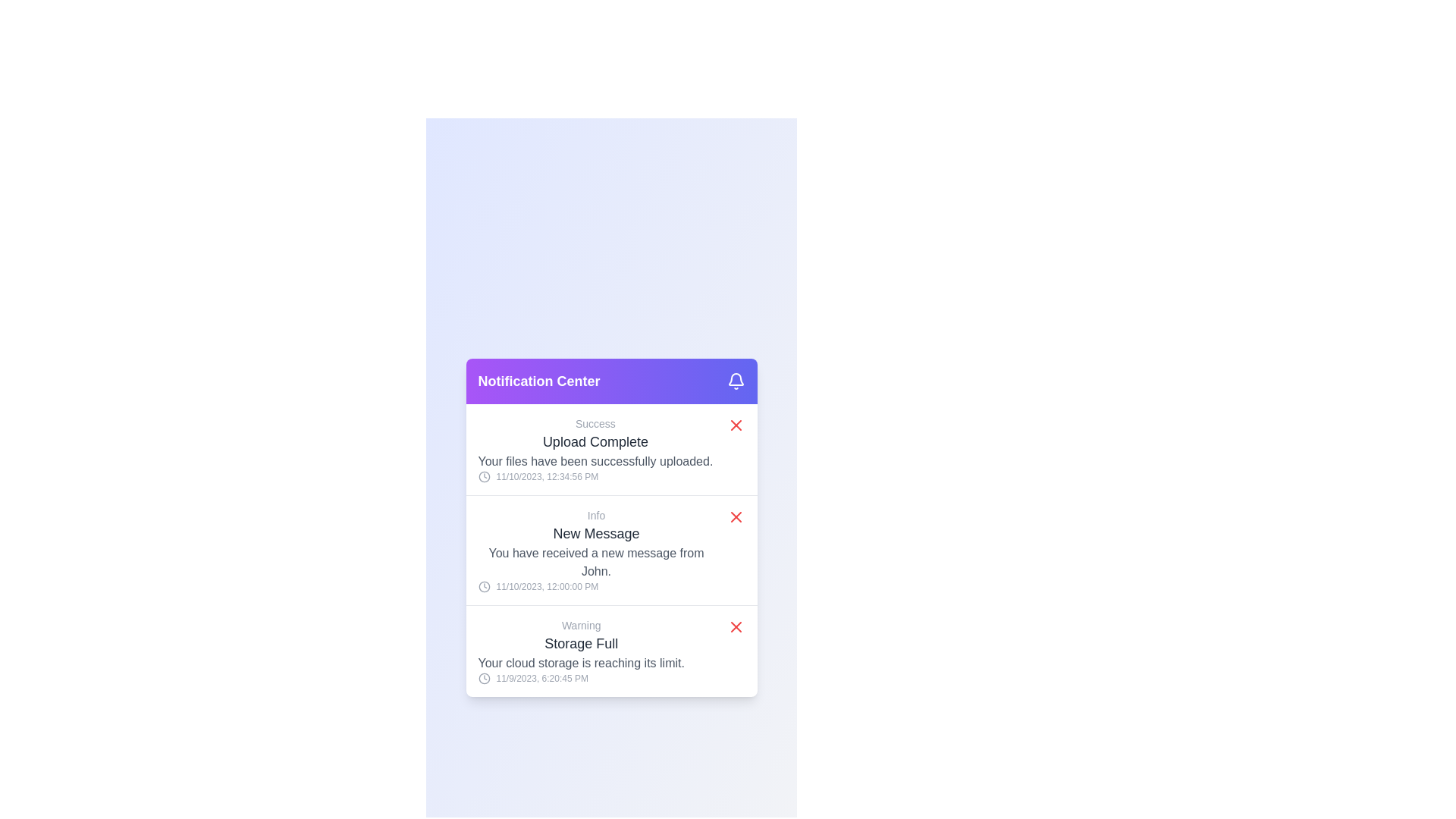  What do you see at coordinates (483, 586) in the screenshot?
I see `the clock icon located to the left of the timestamp '11/10/2023, 12:00:00 PM' within the 'New Message' notification card` at bounding box center [483, 586].